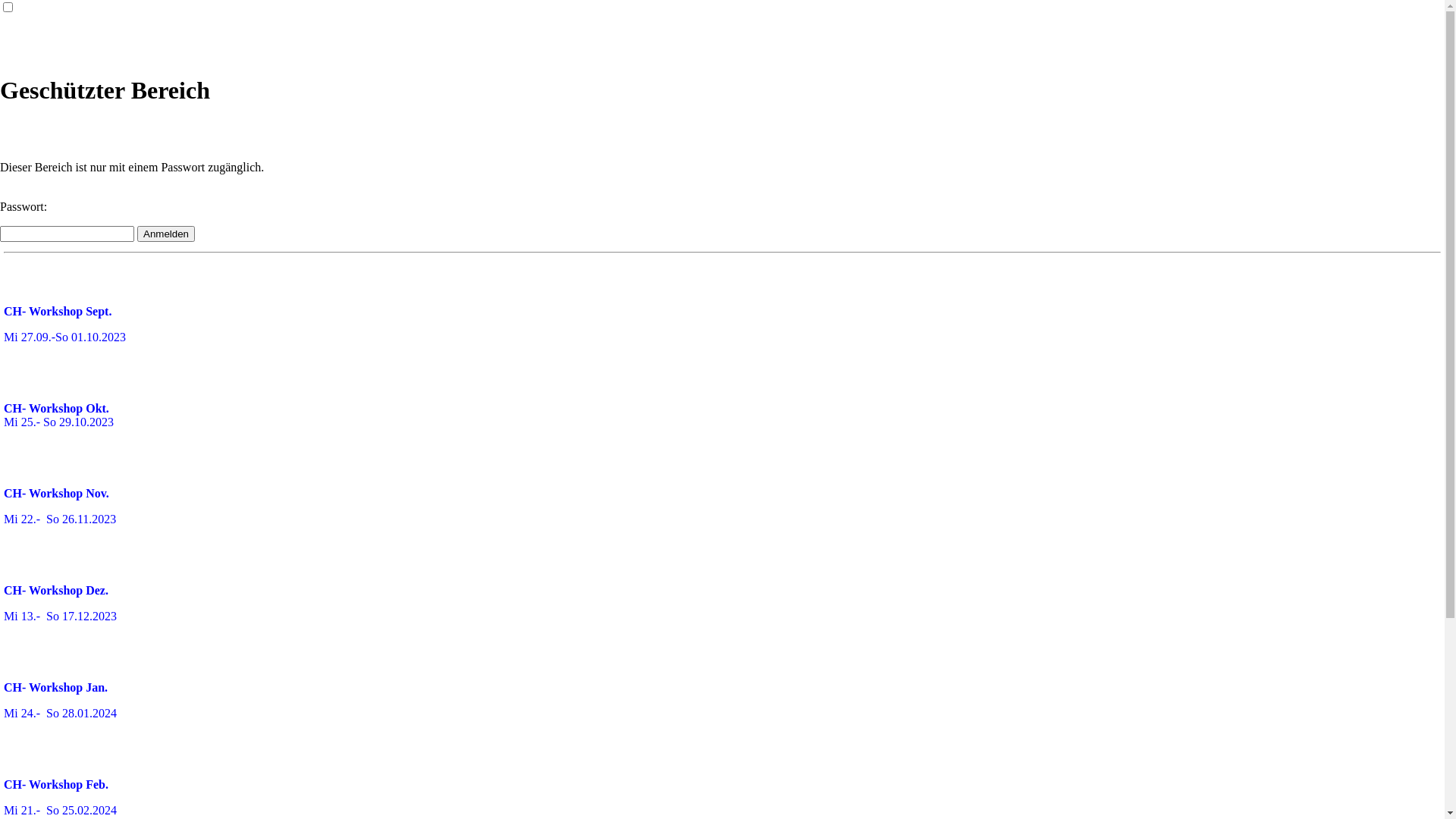  Describe the element at coordinates (137, 234) in the screenshot. I see `'Anmelden'` at that location.